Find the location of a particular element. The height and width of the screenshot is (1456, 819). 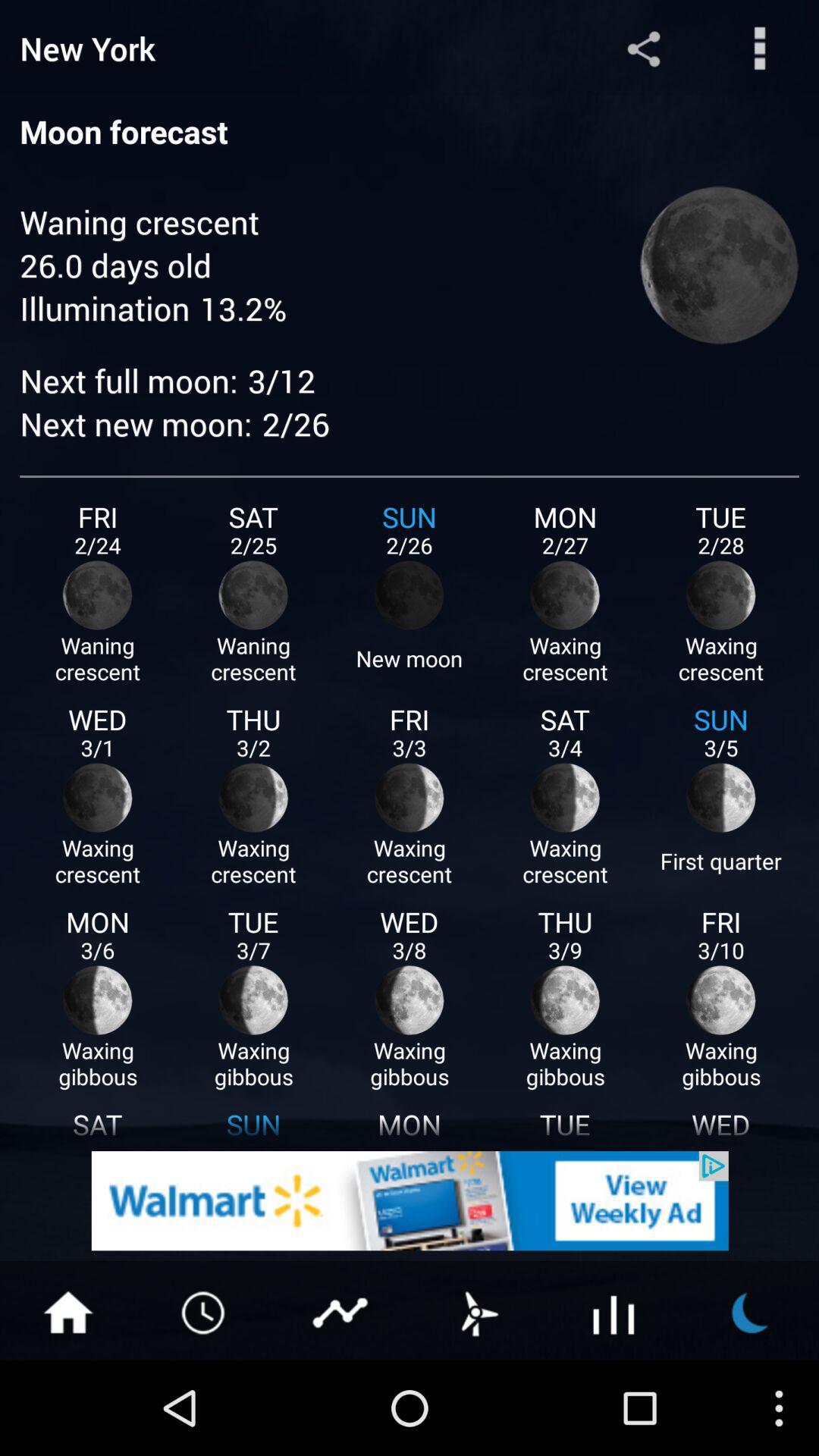

wind forecast is located at coordinates (476, 1310).